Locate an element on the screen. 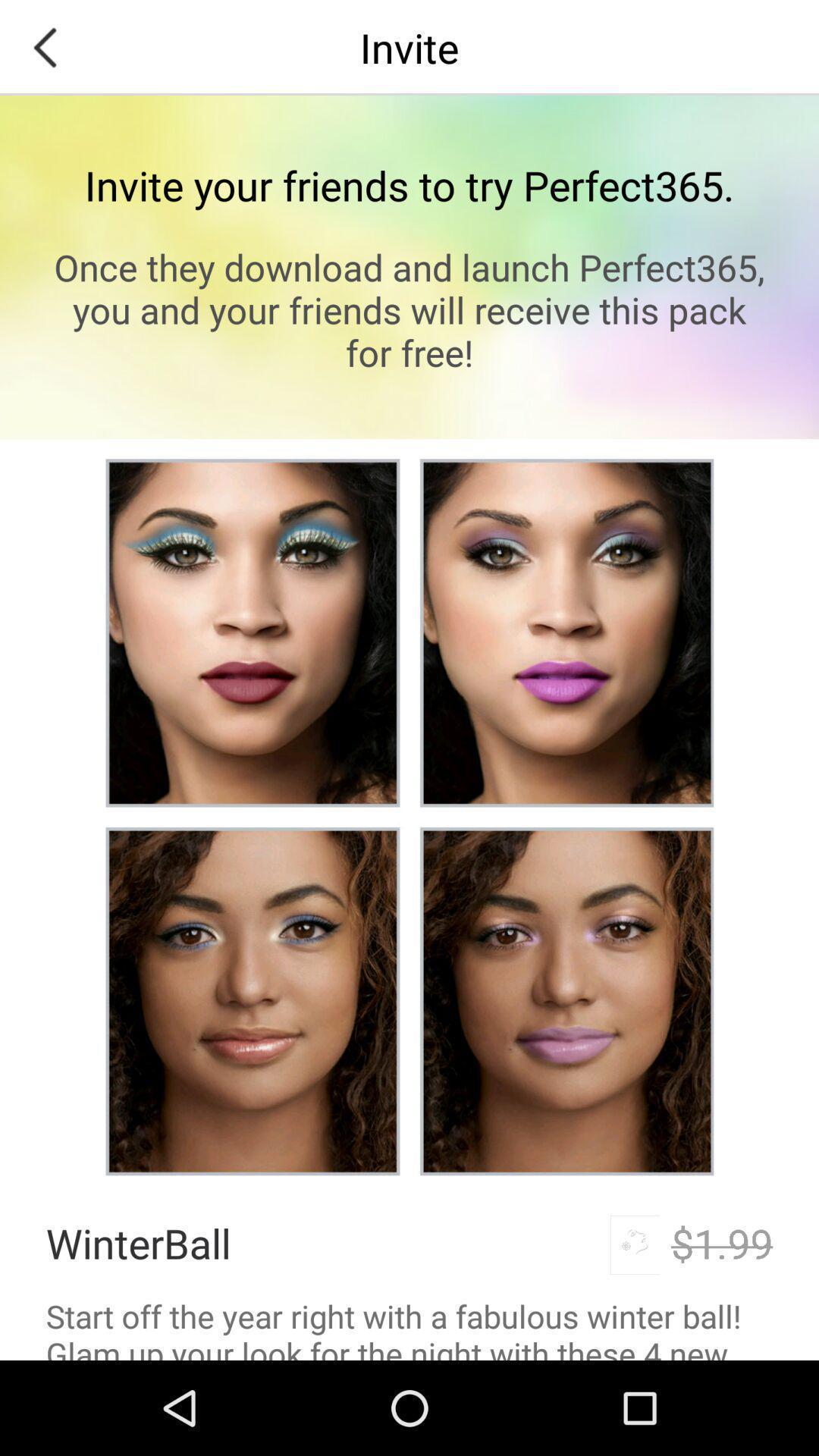 This screenshot has height=1456, width=819. the start off the item is located at coordinates (409, 1326).